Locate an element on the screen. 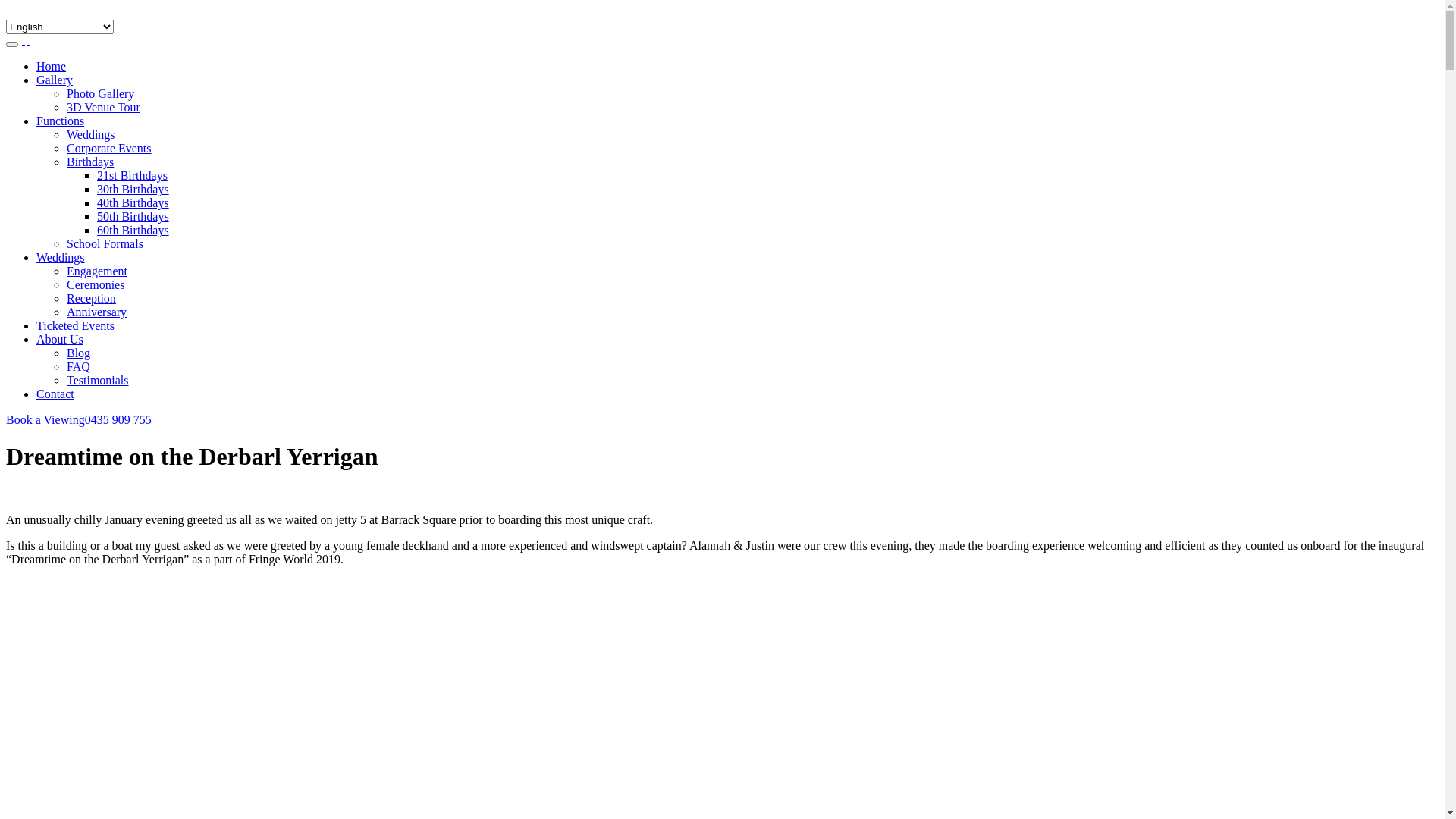 This screenshot has width=1456, height=819. '60th Birthdays' is located at coordinates (133, 230).